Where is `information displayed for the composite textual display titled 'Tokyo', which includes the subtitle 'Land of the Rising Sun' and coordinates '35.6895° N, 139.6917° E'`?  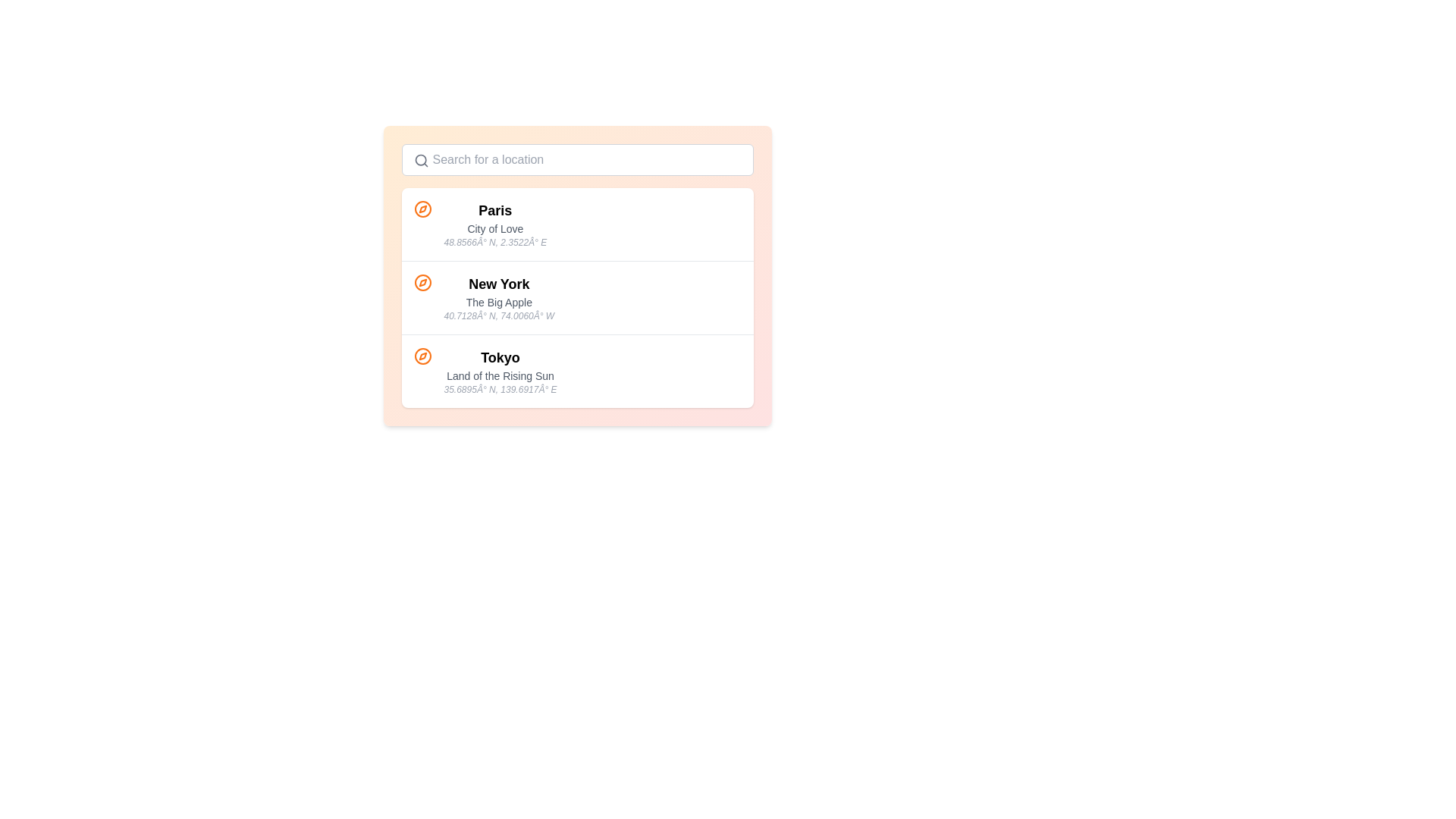 information displayed for the composite textual display titled 'Tokyo', which includes the subtitle 'Land of the Rising Sun' and coordinates '35.6895° N, 139.6917° E' is located at coordinates (500, 371).